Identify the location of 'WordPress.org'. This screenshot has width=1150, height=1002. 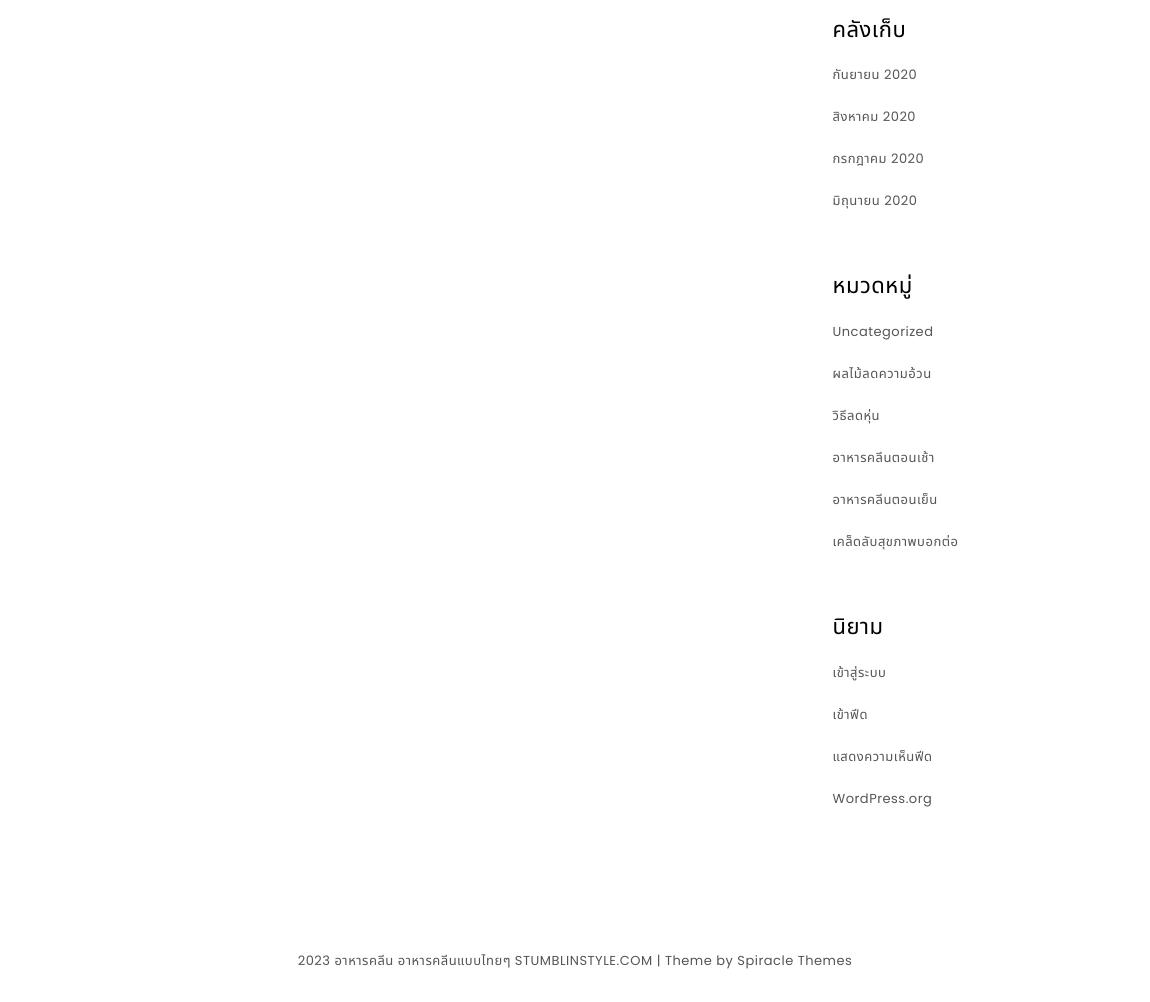
(831, 796).